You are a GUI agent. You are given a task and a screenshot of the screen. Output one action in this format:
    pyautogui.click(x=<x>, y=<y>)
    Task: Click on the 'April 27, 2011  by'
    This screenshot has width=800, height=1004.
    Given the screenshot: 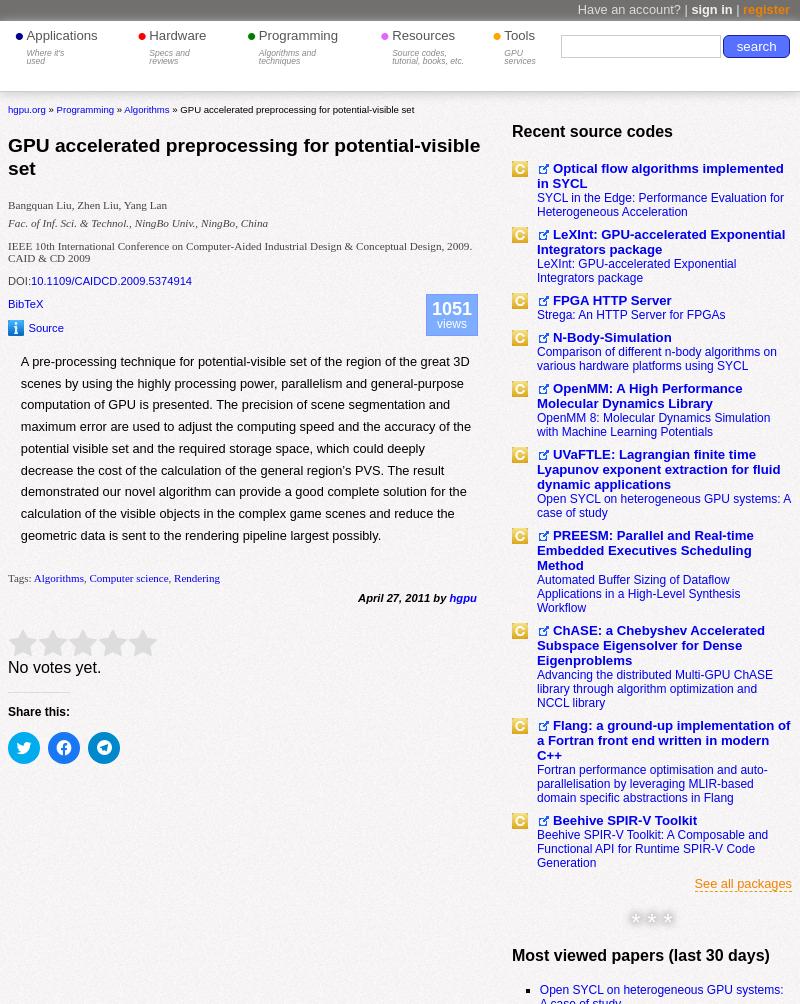 What is the action you would take?
    pyautogui.click(x=403, y=597)
    